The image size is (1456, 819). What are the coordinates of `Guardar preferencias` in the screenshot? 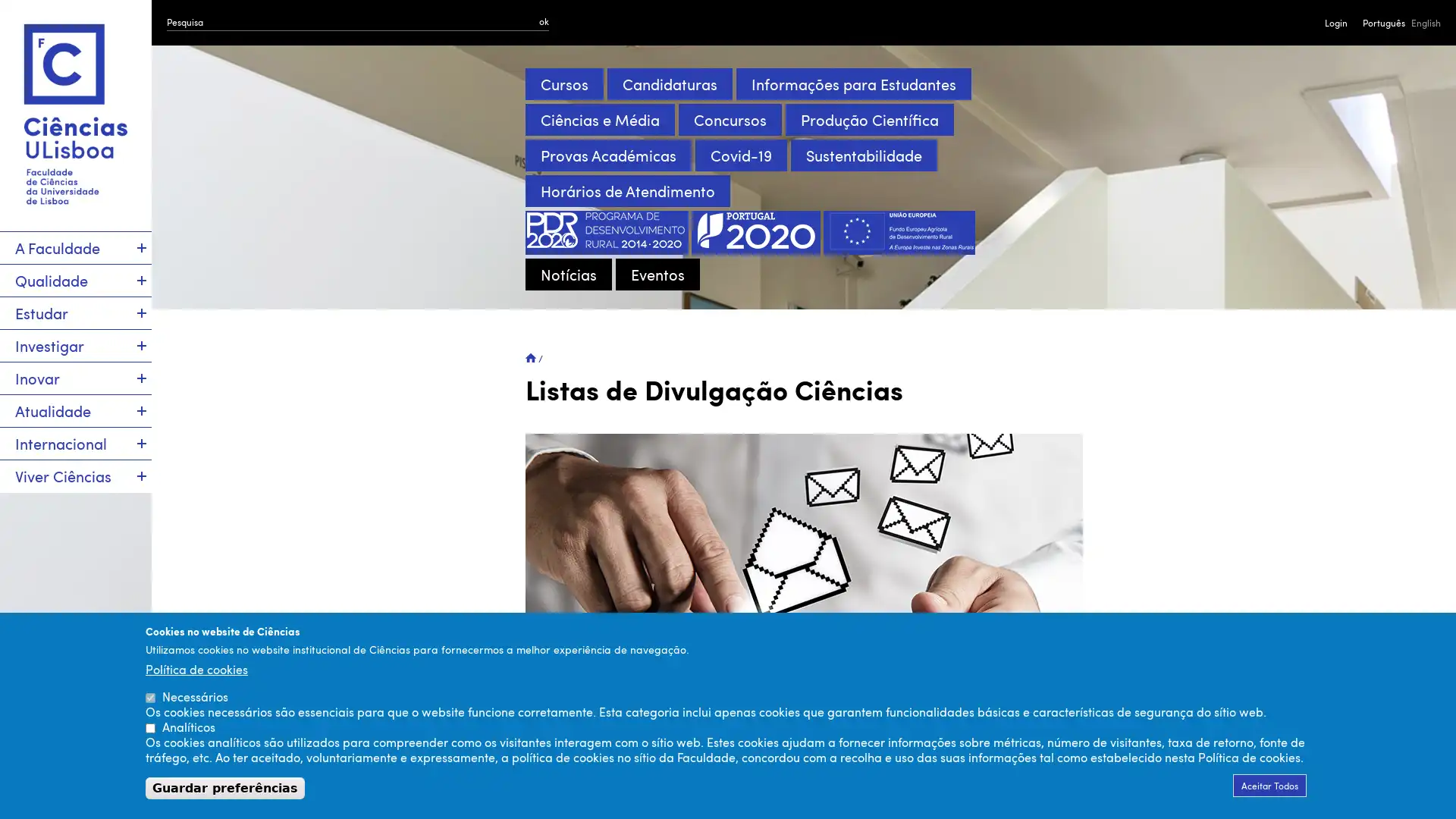 It's located at (224, 787).